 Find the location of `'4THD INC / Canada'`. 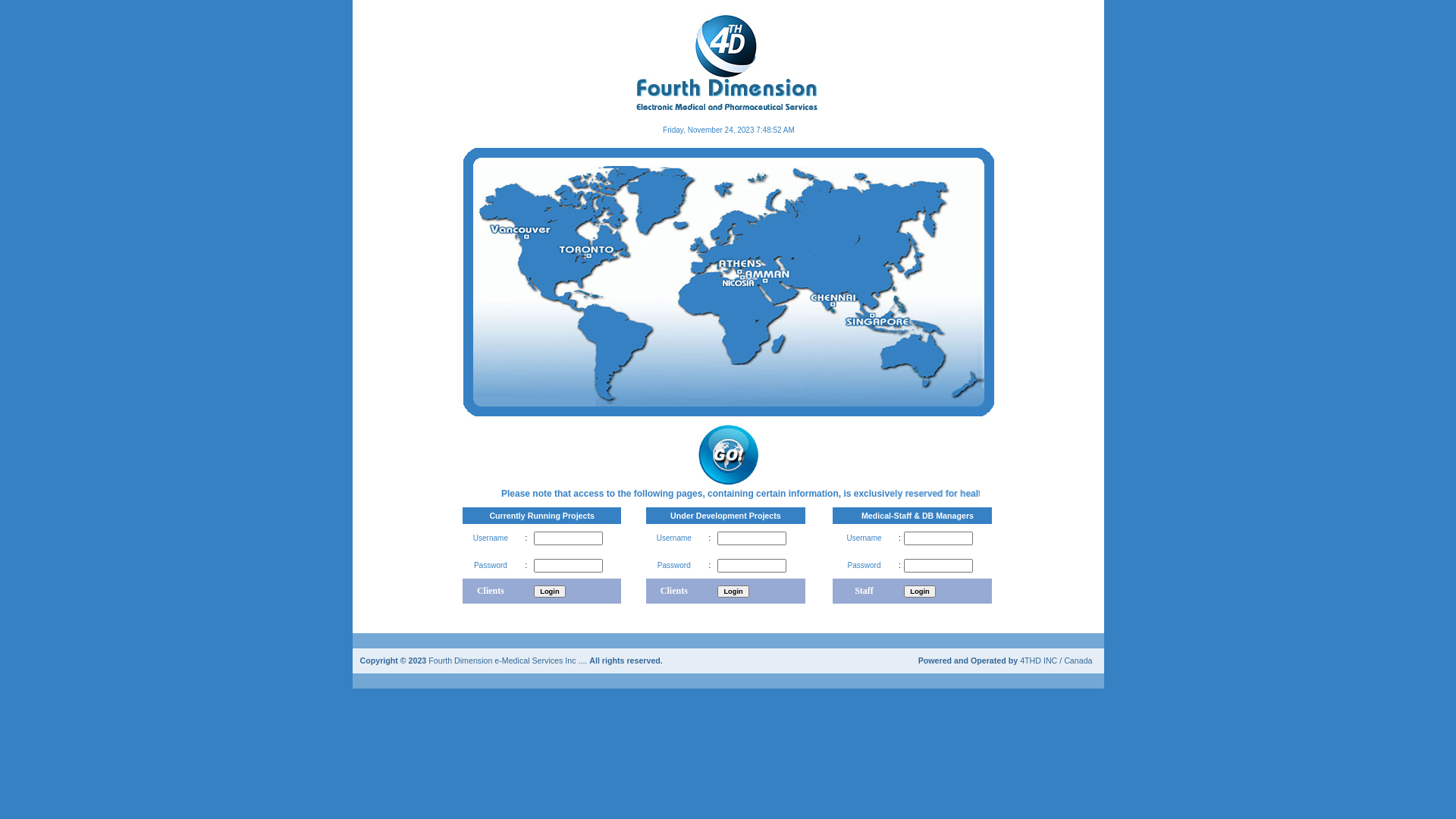

'4THD INC / Canada' is located at coordinates (1055, 658).